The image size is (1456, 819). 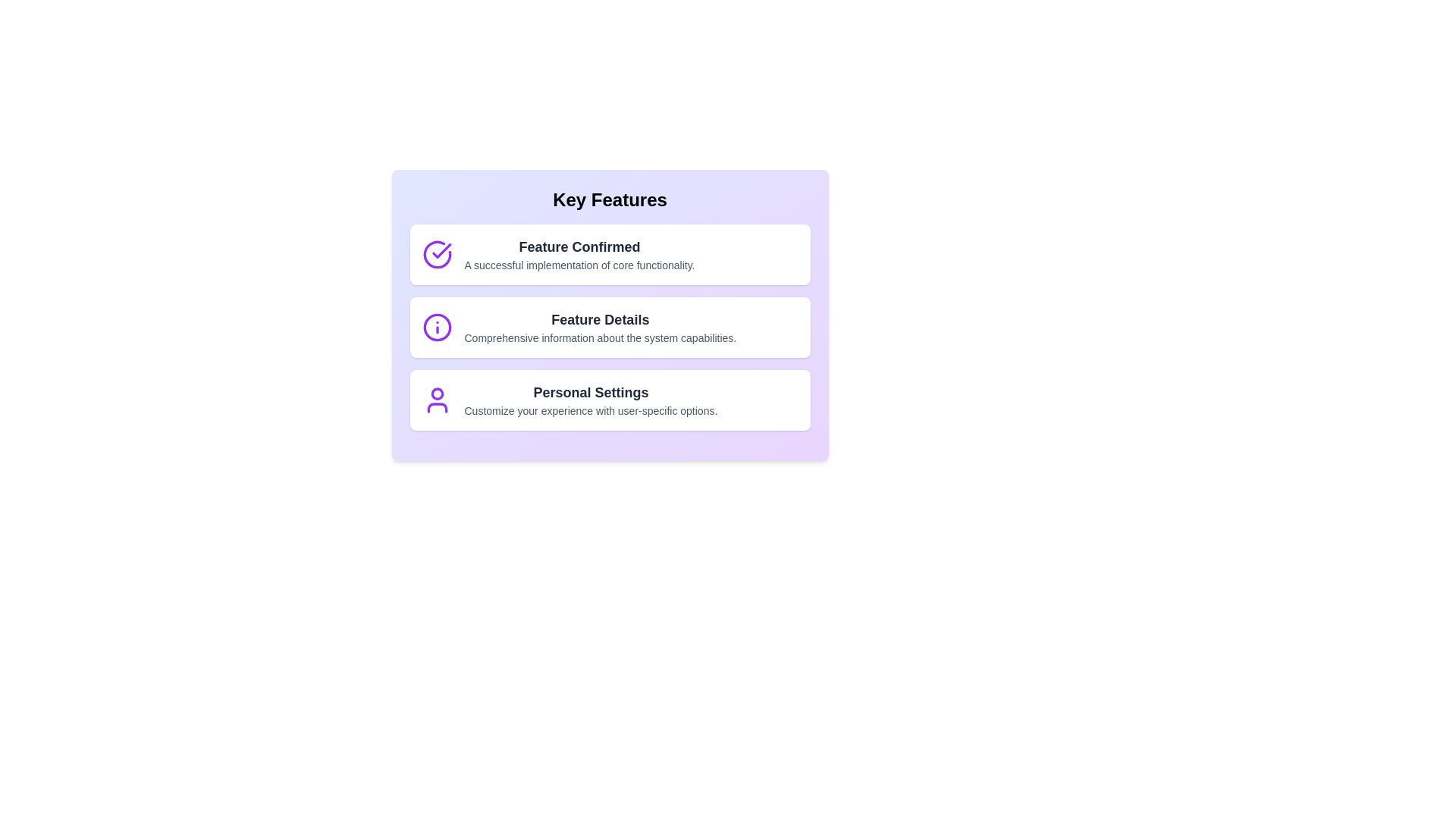 I want to click on the icon corresponding to Feature Details to interact with it, so click(x=436, y=327).